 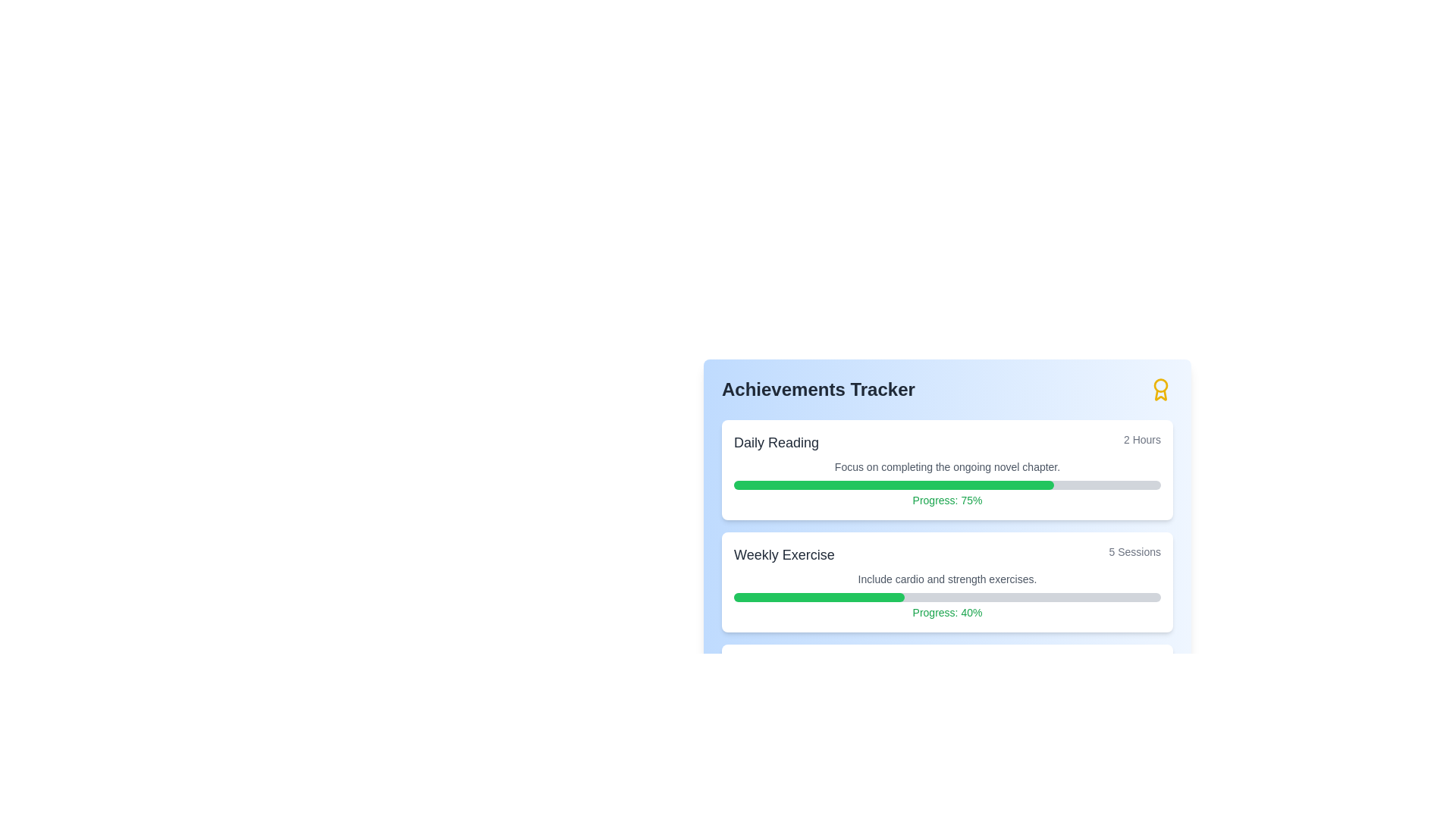 What do you see at coordinates (1160, 384) in the screenshot?
I see `the gold hollow circular icon at the center of the award icon located in the top-right corner of the Achievements Tracker interface` at bounding box center [1160, 384].